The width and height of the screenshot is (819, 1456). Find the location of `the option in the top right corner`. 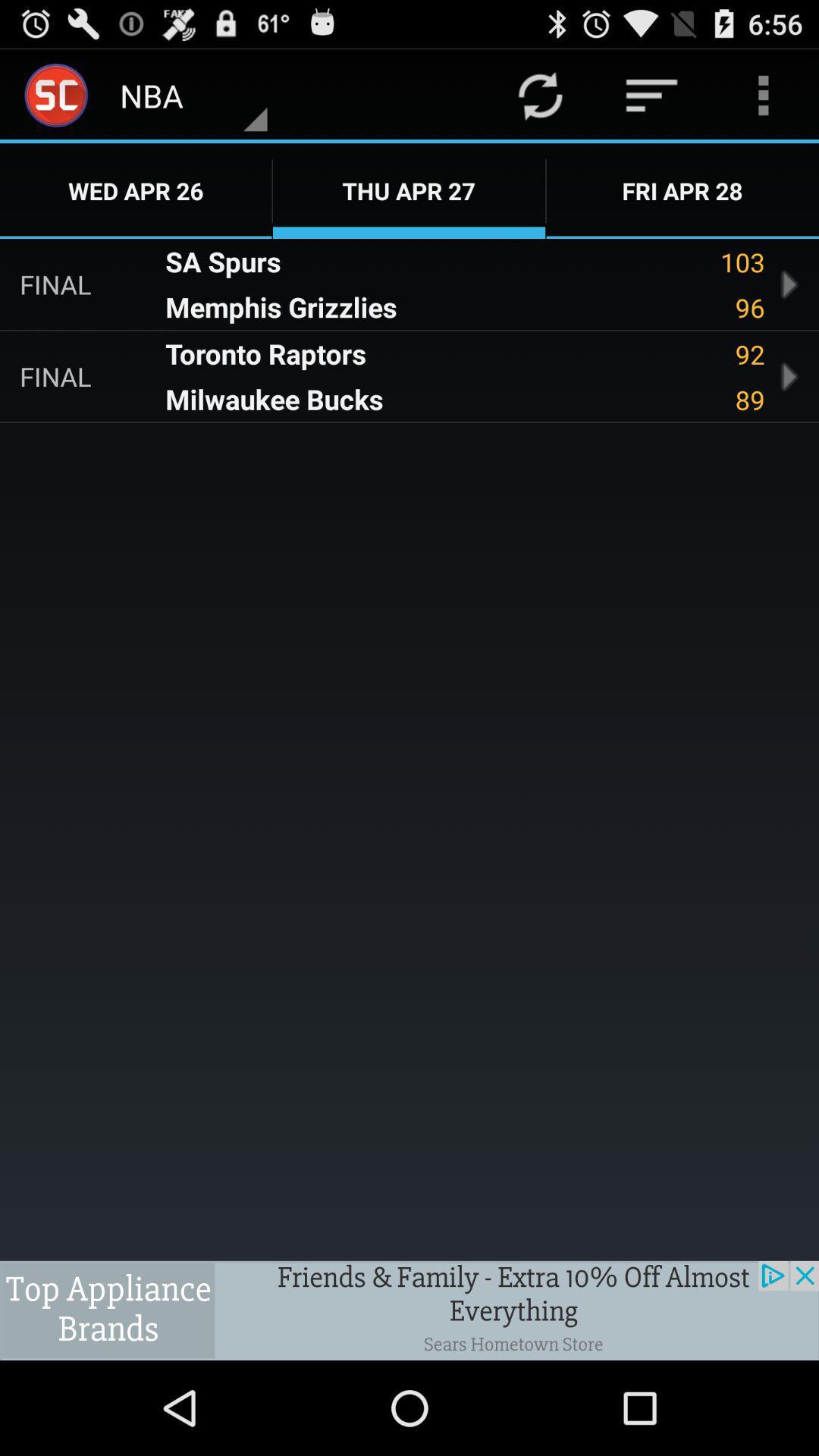

the option in the top right corner is located at coordinates (763, 94).